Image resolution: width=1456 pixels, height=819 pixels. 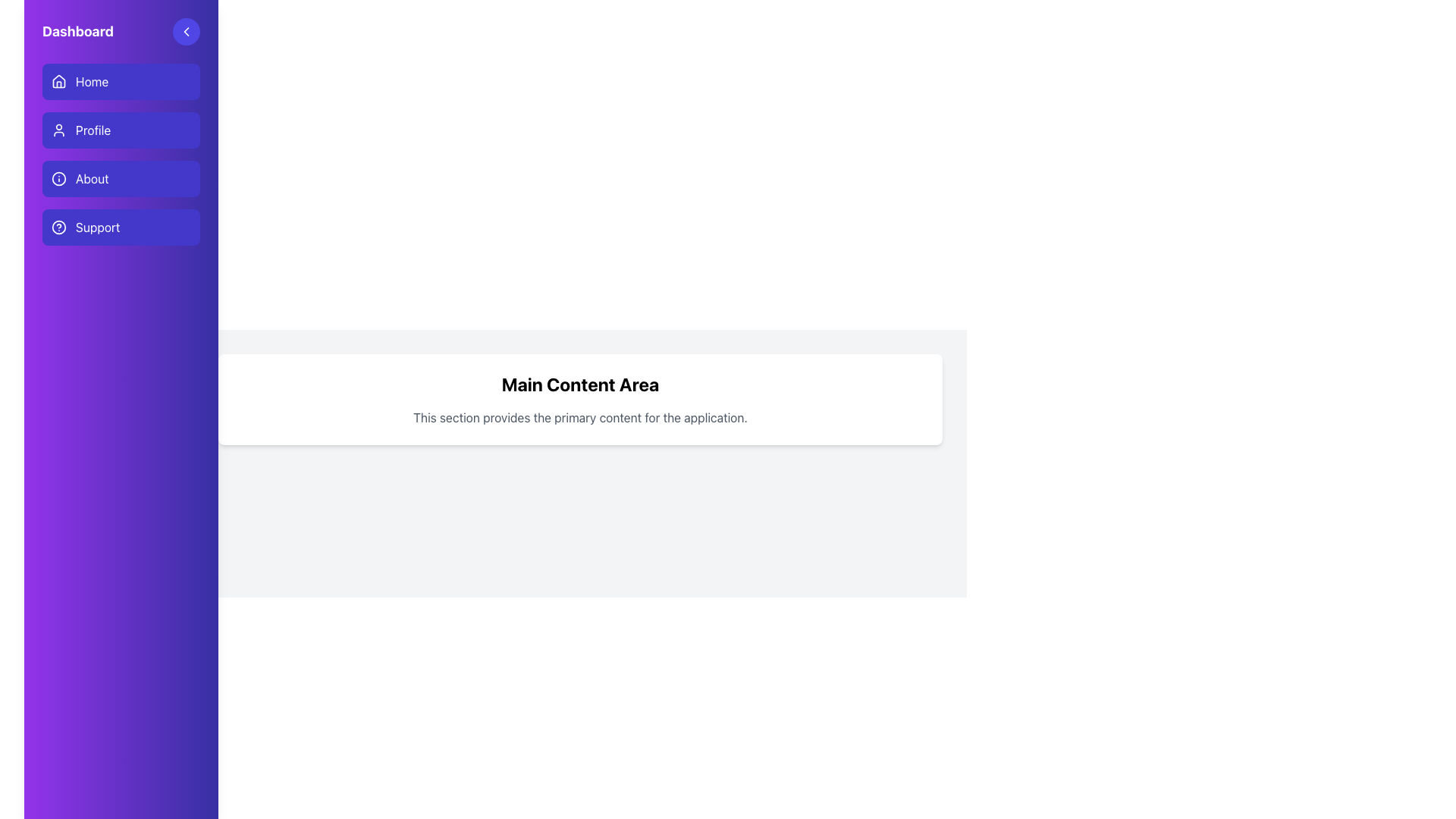 What do you see at coordinates (185, 32) in the screenshot?
I see `the circular button with a purple background and a white left-pointing arrow icon located near the top of the left sidebar, to the right of the 'Dashboard' text label` at bounding box center [185, 32].